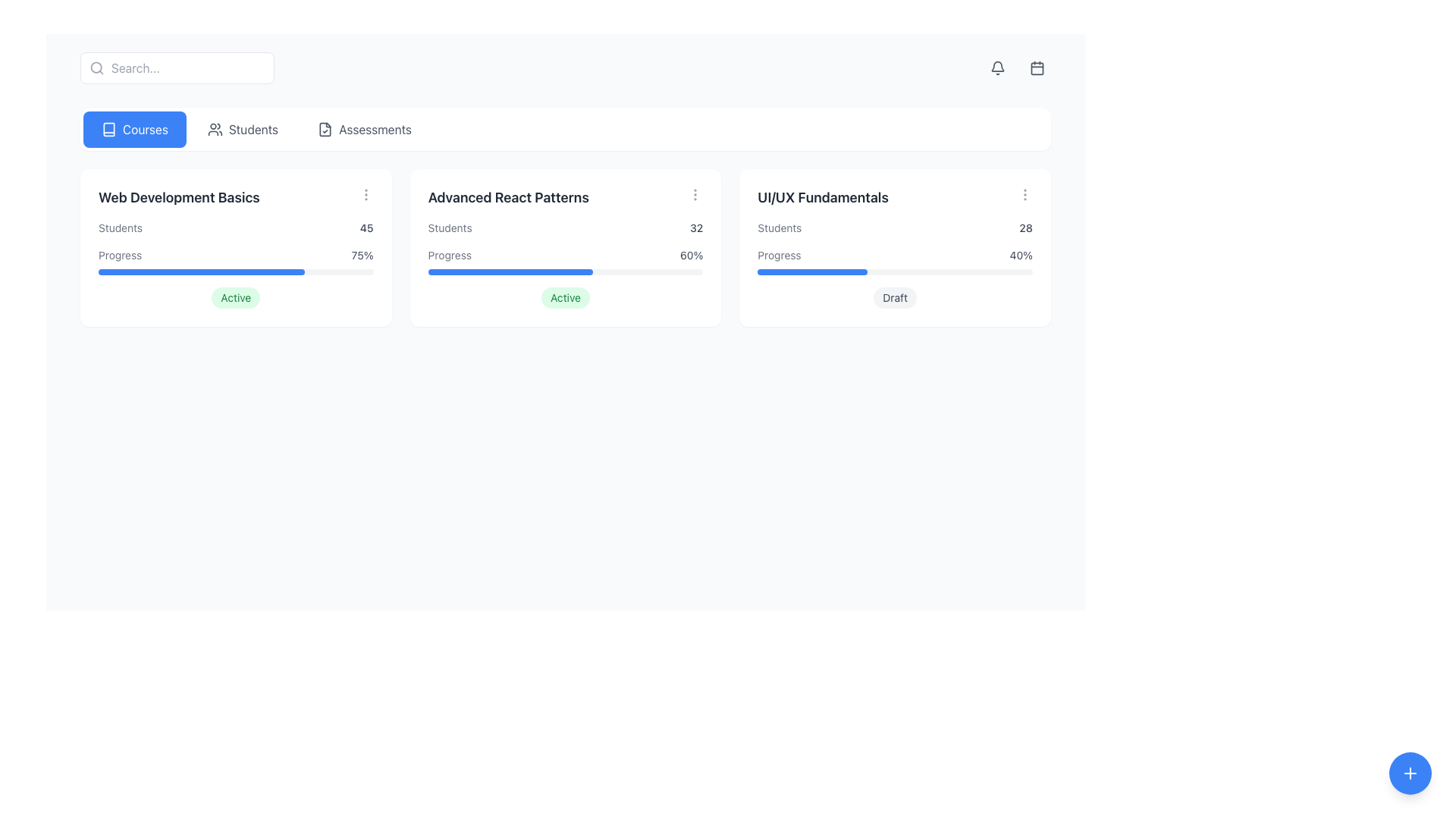 The height and width of the screenshot is (819, 1456). What do you see at coordinates (895, 247) in the screenshot?
I see `the Informational card titled 'UI/UX Fundamentals', which is the third card in a grid row, featuring a white background, rounded corners, and a badge labeled 'Draft'` at bounding box center [895, 247].